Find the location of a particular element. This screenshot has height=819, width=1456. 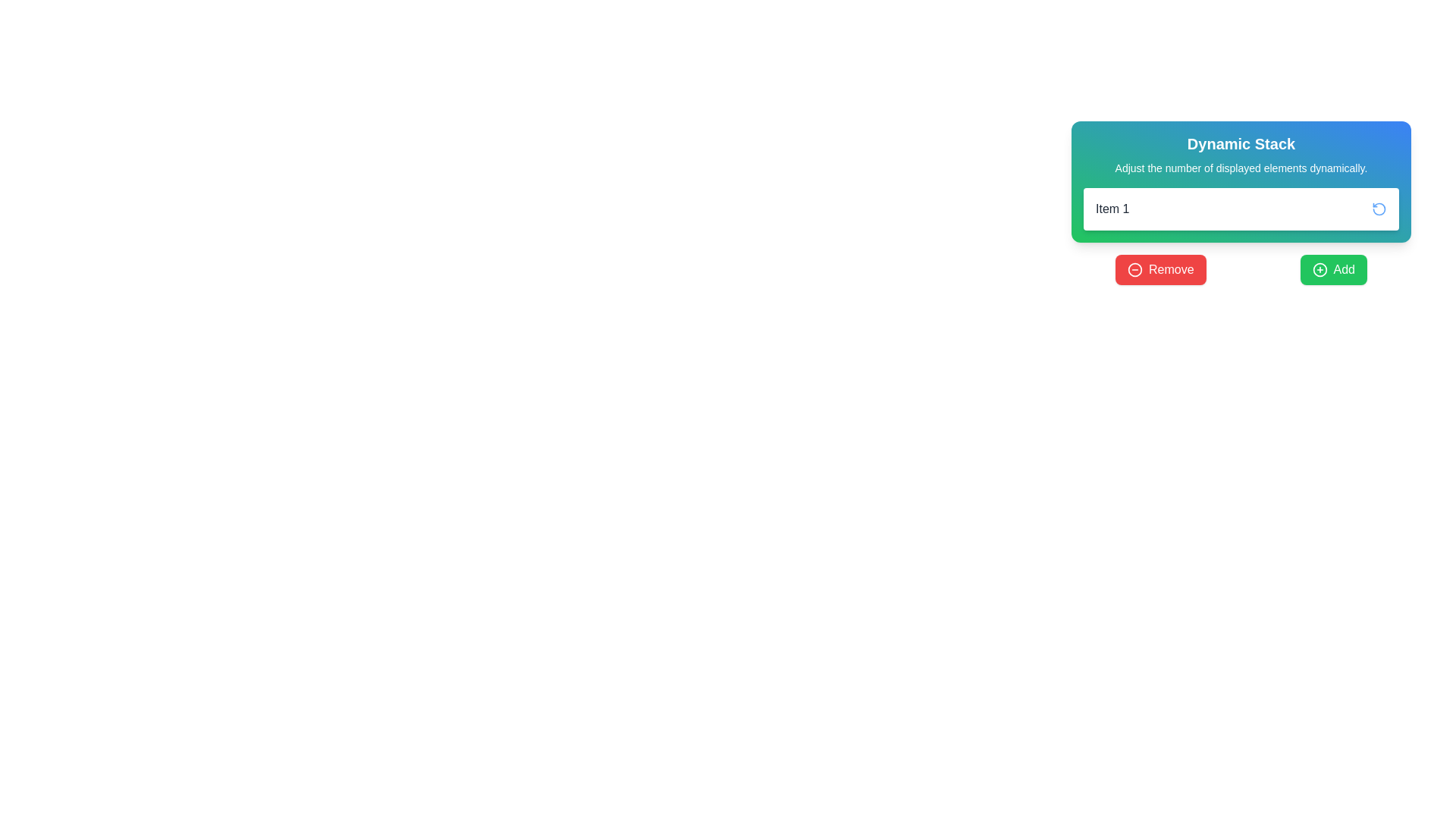

the refresh icon button located to the right of the input field associated with 'Item 1' is located at coordinates (1379, 209).